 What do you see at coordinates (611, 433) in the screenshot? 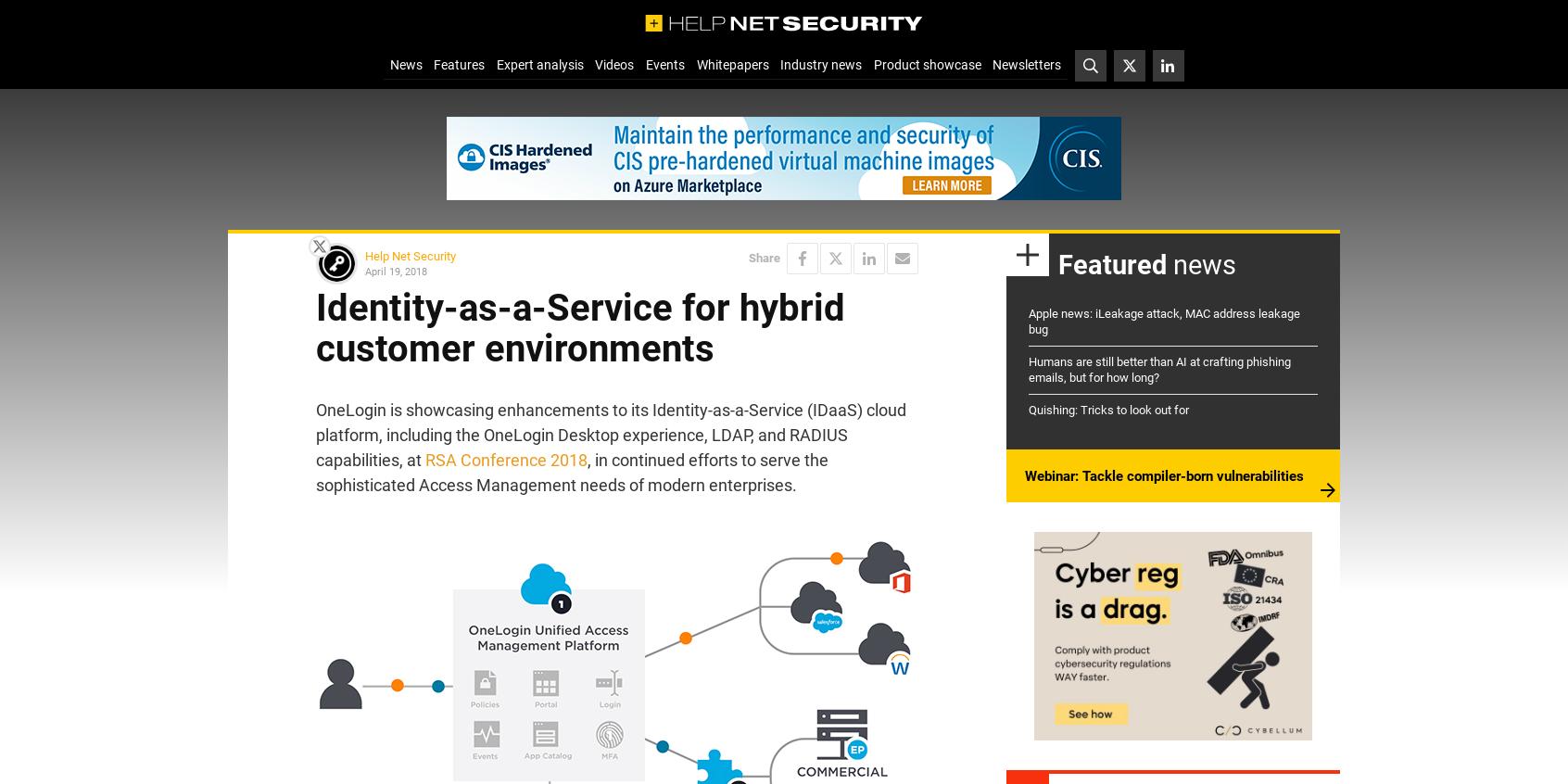
I see `'OneLogin is showcasing enhancements to its Identity-as-a-Service (IDaaS) cloud platform, including the OneLogin Desktop experience, LDAP, and RADIUS capabilities, at'` at bounding box center [611, 433].